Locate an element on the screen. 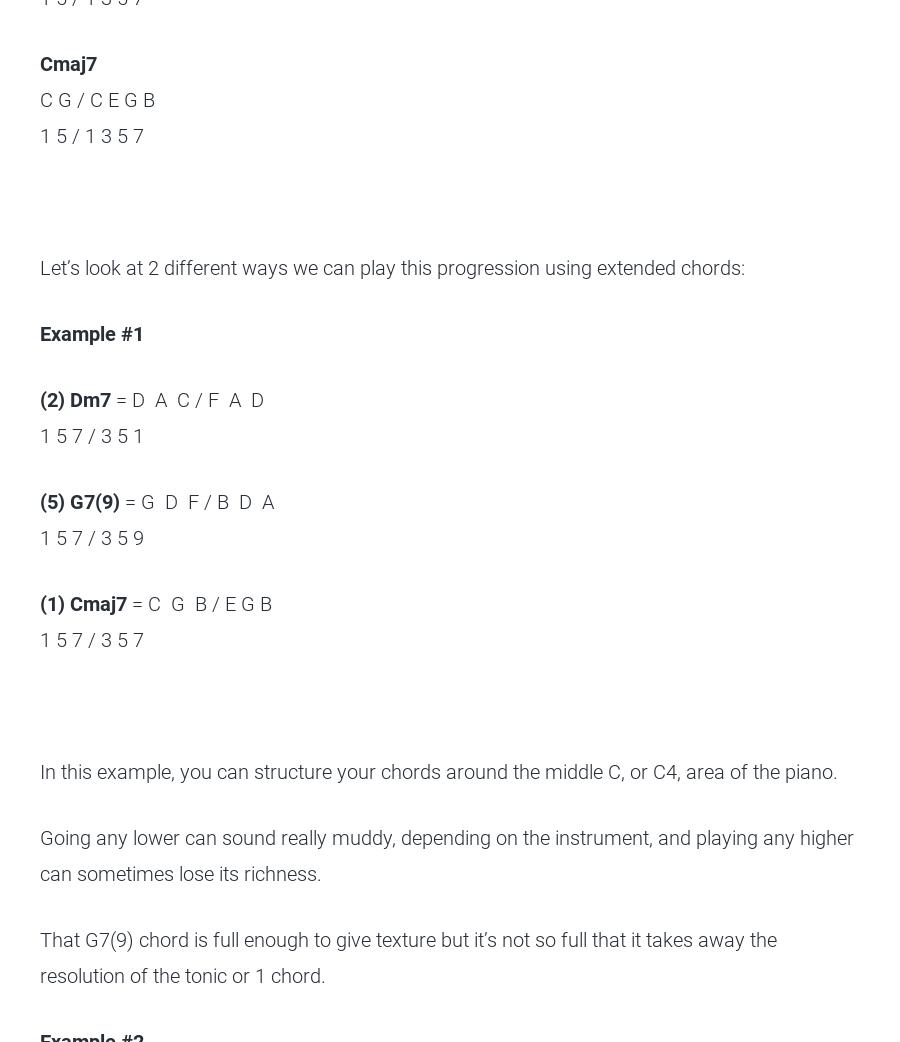  '(5) G7(9)' is located at coordinates (38, 502).